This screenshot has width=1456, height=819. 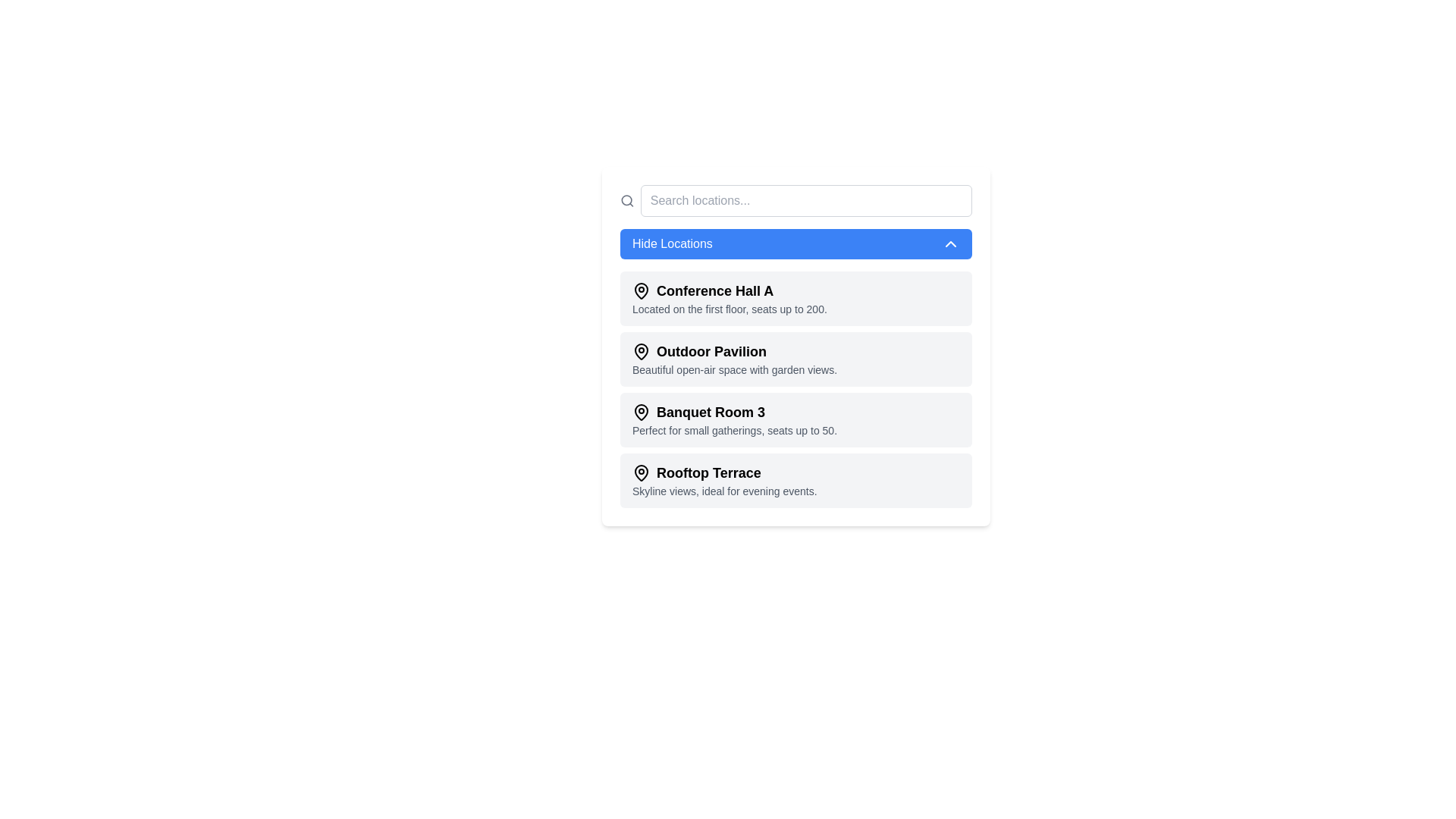 What do you see at coordinates (641, 350) in the screenshot?
I see `the pin-shaped icon, which is black and outlined, located to the left of the text 'Outdoor Pavilion.'` at bounding box center [641, 350].